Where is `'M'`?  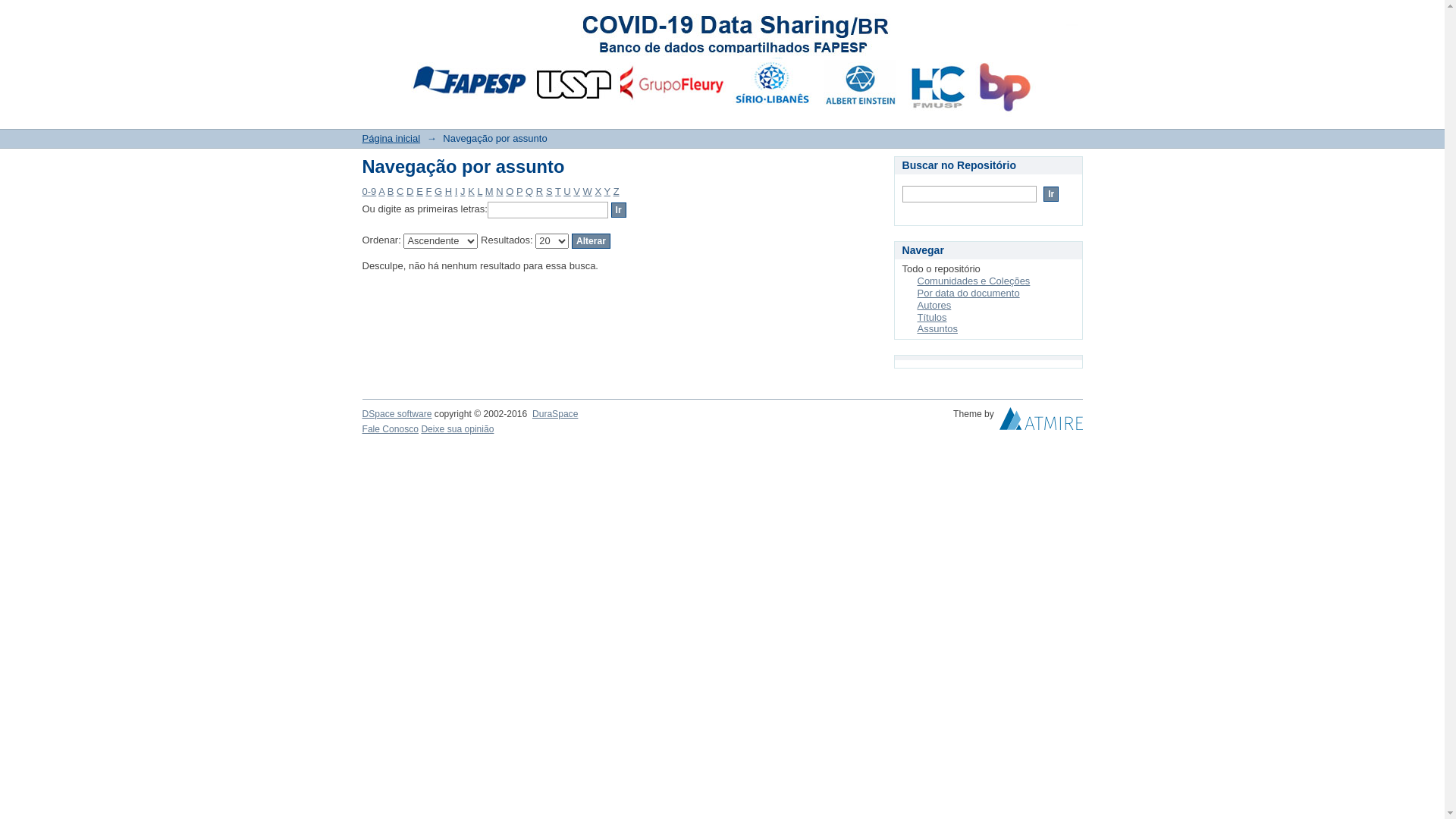
'M' is located at coordinates (489, 190).